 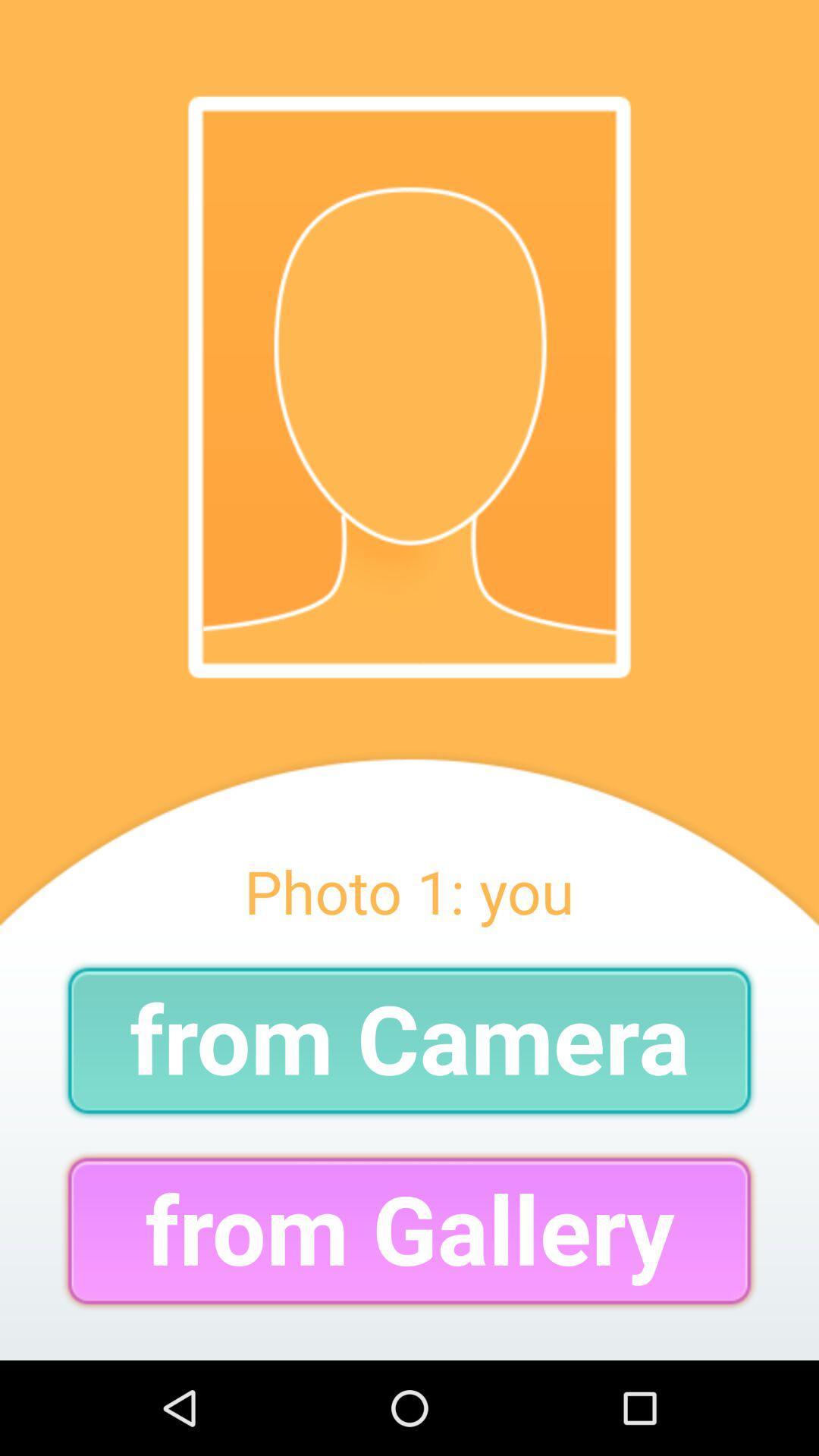 What do you see at coordinates (409, 1040) in the screenshot?
I see `item above from gallery item` at bounding box center [409, 1040].